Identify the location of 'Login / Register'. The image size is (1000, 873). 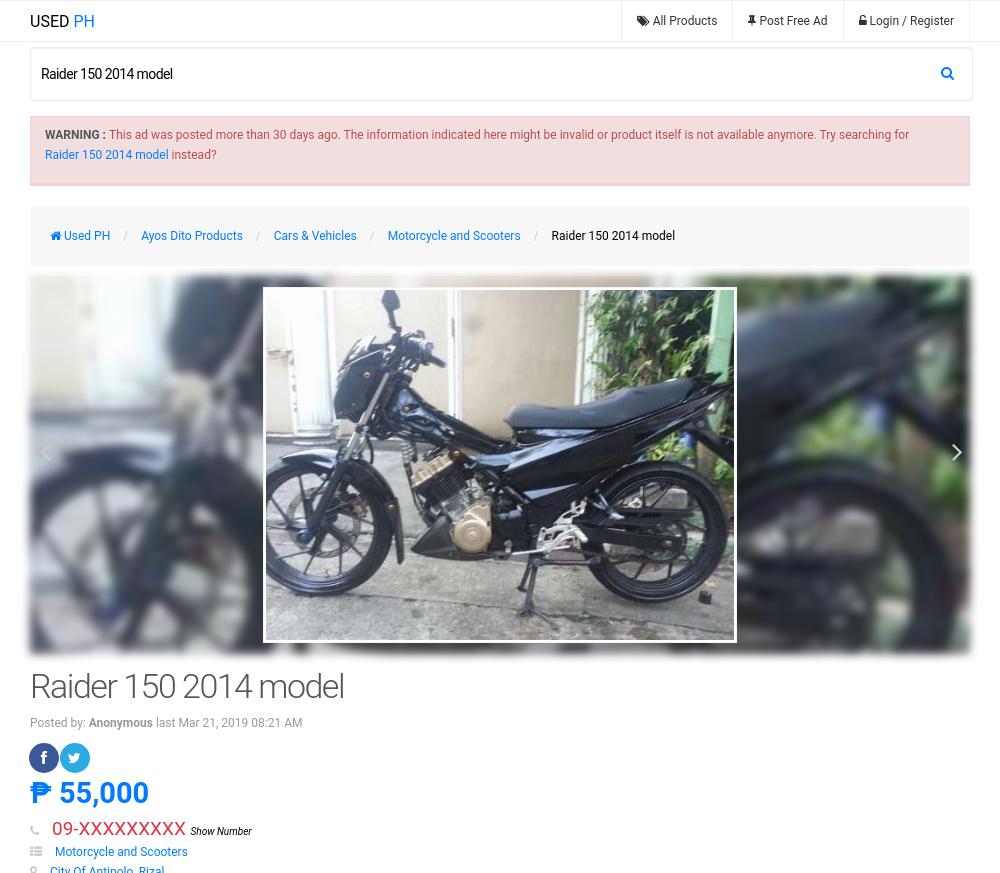
(911, 20).